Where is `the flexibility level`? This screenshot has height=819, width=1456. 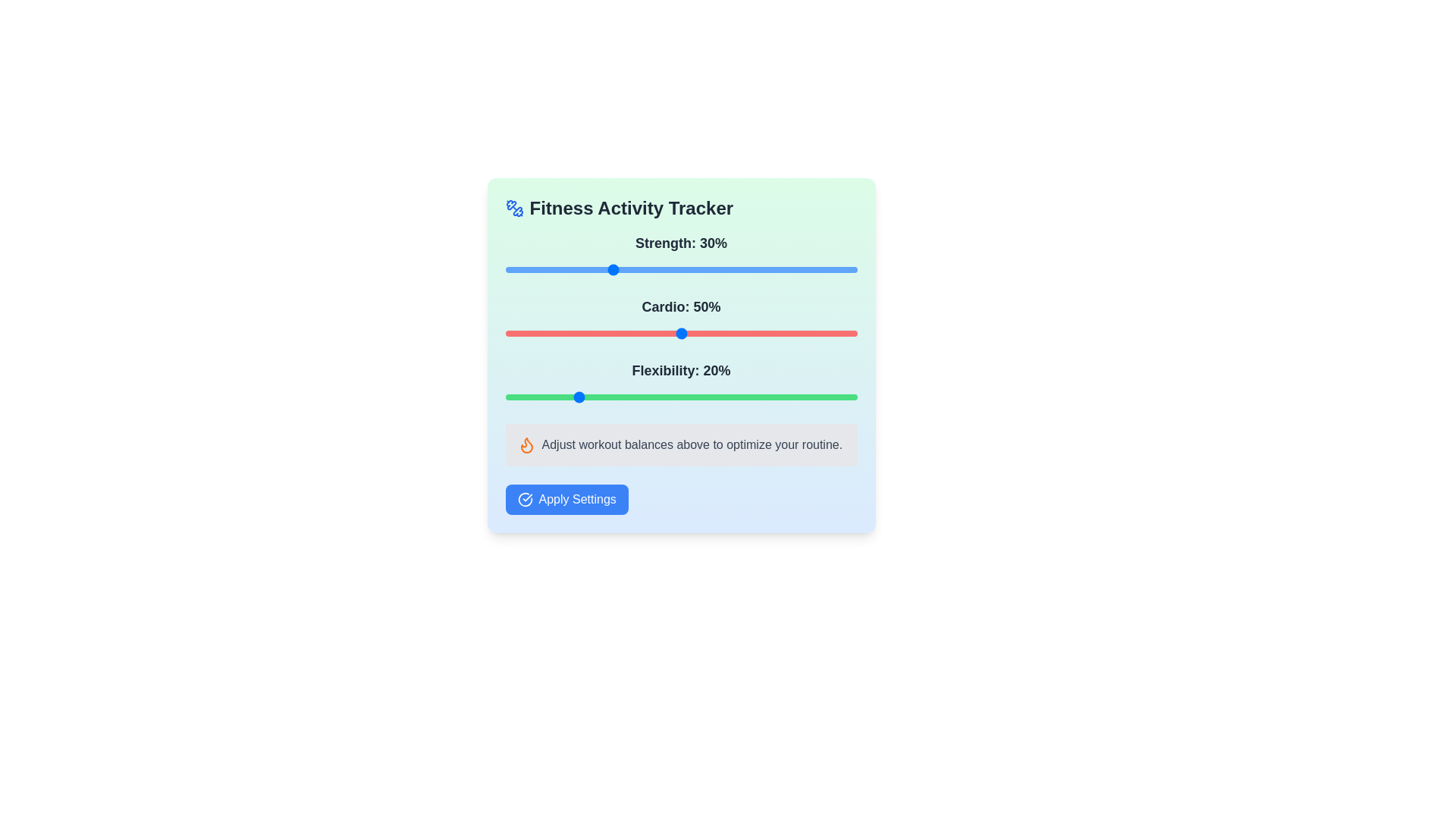 the flexibility level is located at coordinates (664, 397).